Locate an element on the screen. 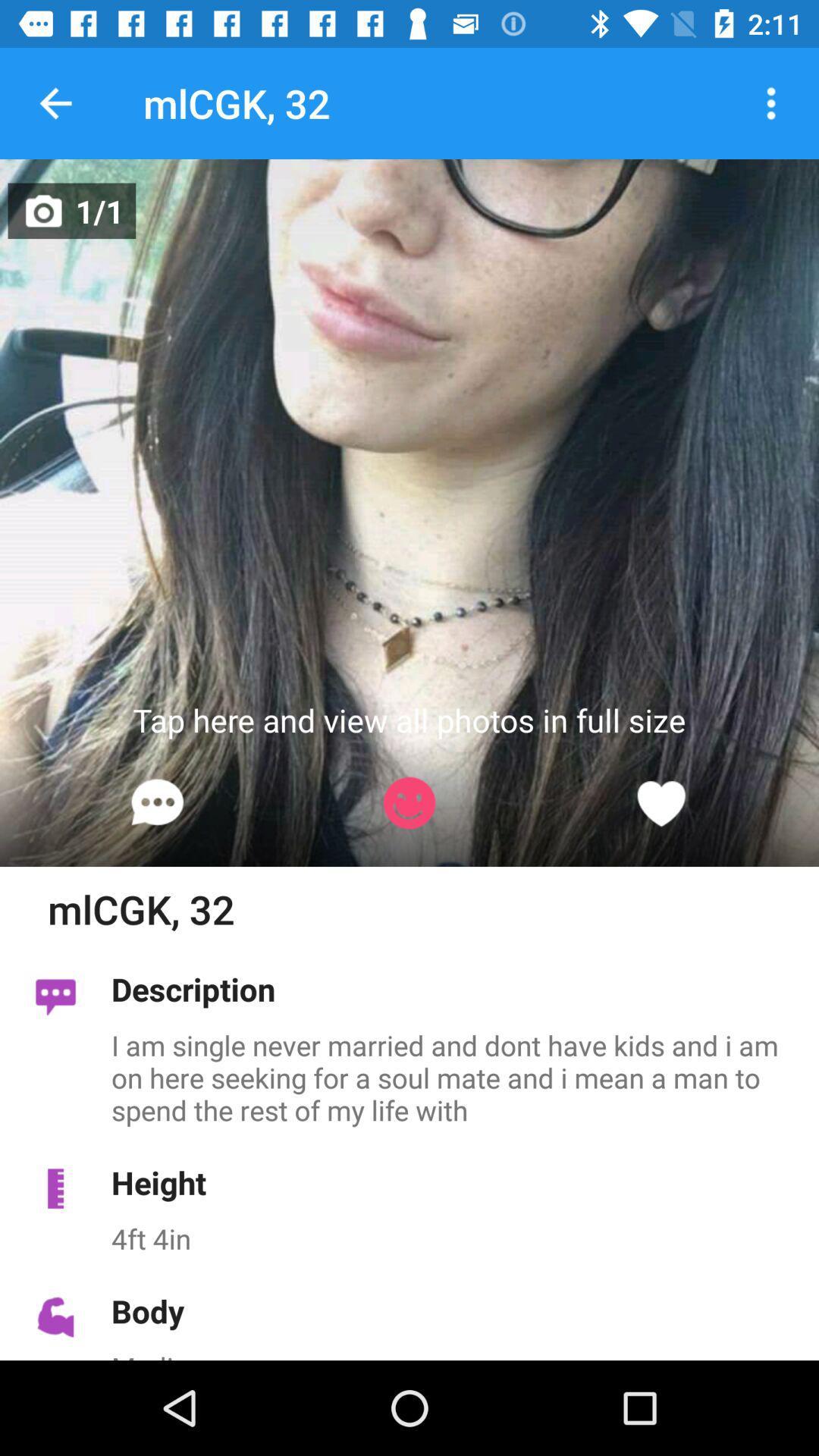 This screenshot has width=819, height=1456. icon to the right of mlcgk, 32 icon is located at coordinates (771, 102).